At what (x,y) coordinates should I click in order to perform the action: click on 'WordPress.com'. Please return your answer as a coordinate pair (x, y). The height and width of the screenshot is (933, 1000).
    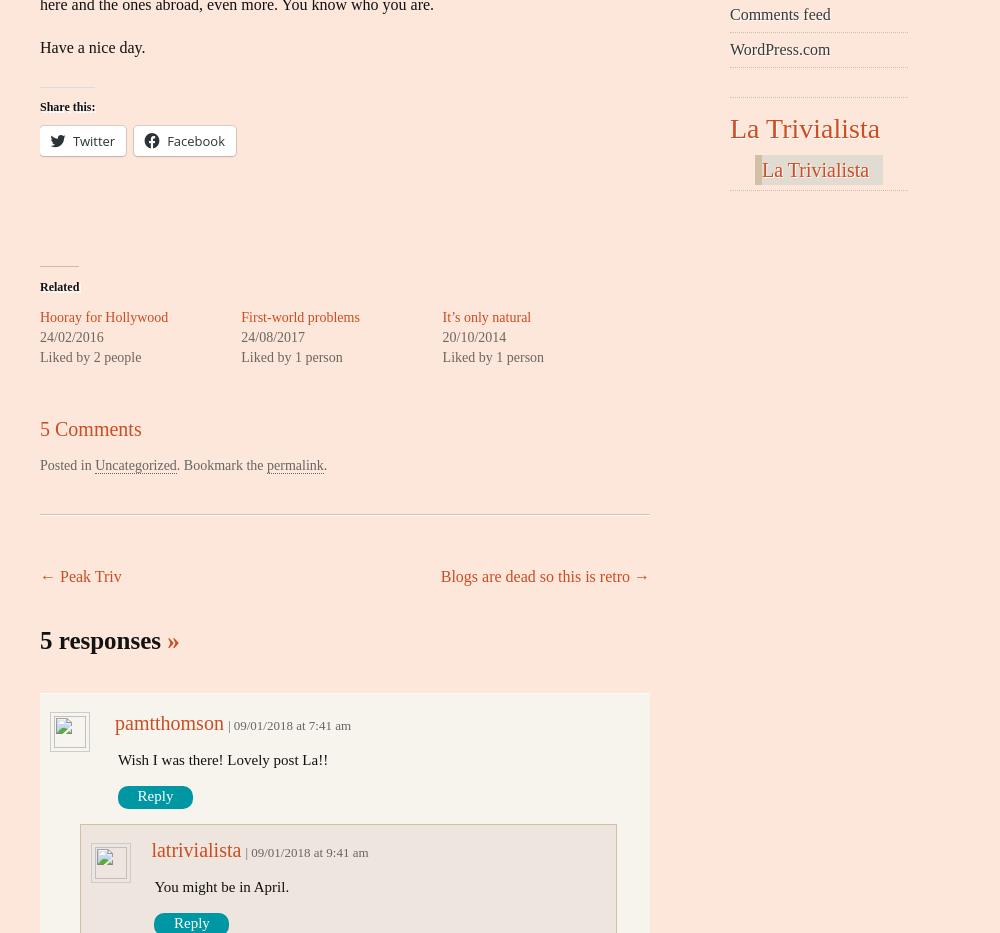
    Looking at the image, I should click on (780, 47).